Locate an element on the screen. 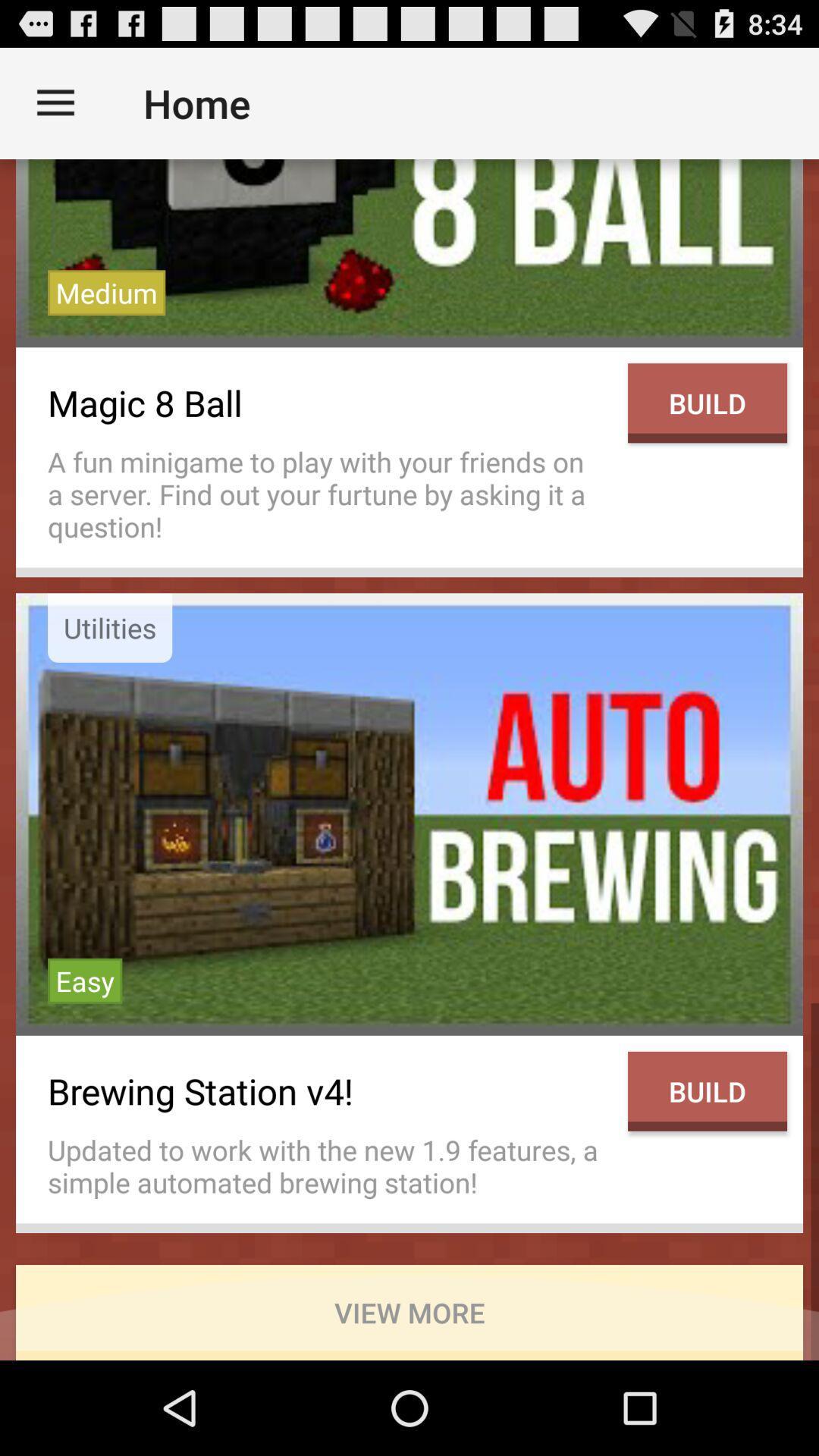  the view more is located at coordinates (409, 1312).